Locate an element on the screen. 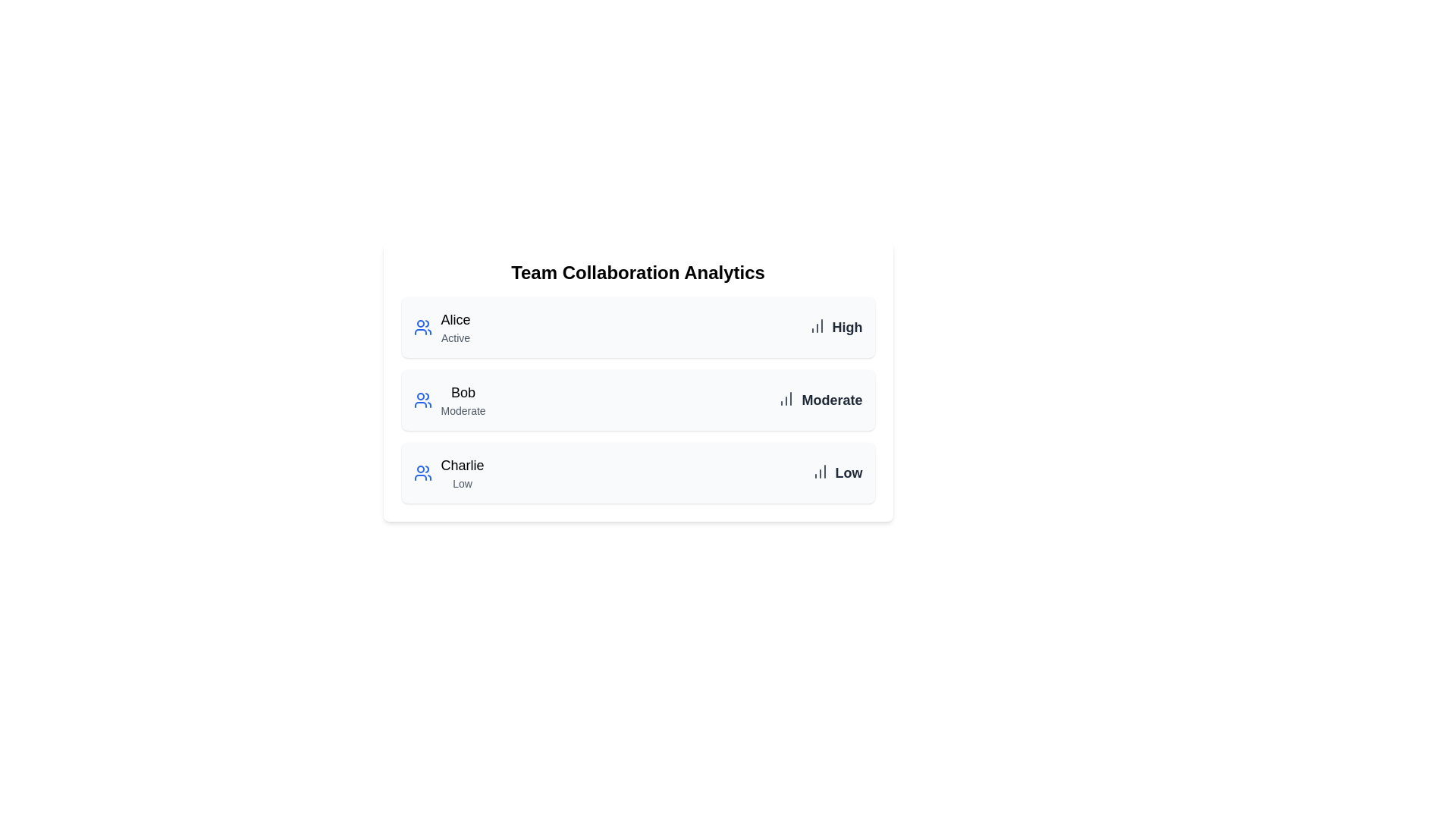 This screenshot has height=819, width=1456. the user item Bob from the list is located at coordinates (449, 400).